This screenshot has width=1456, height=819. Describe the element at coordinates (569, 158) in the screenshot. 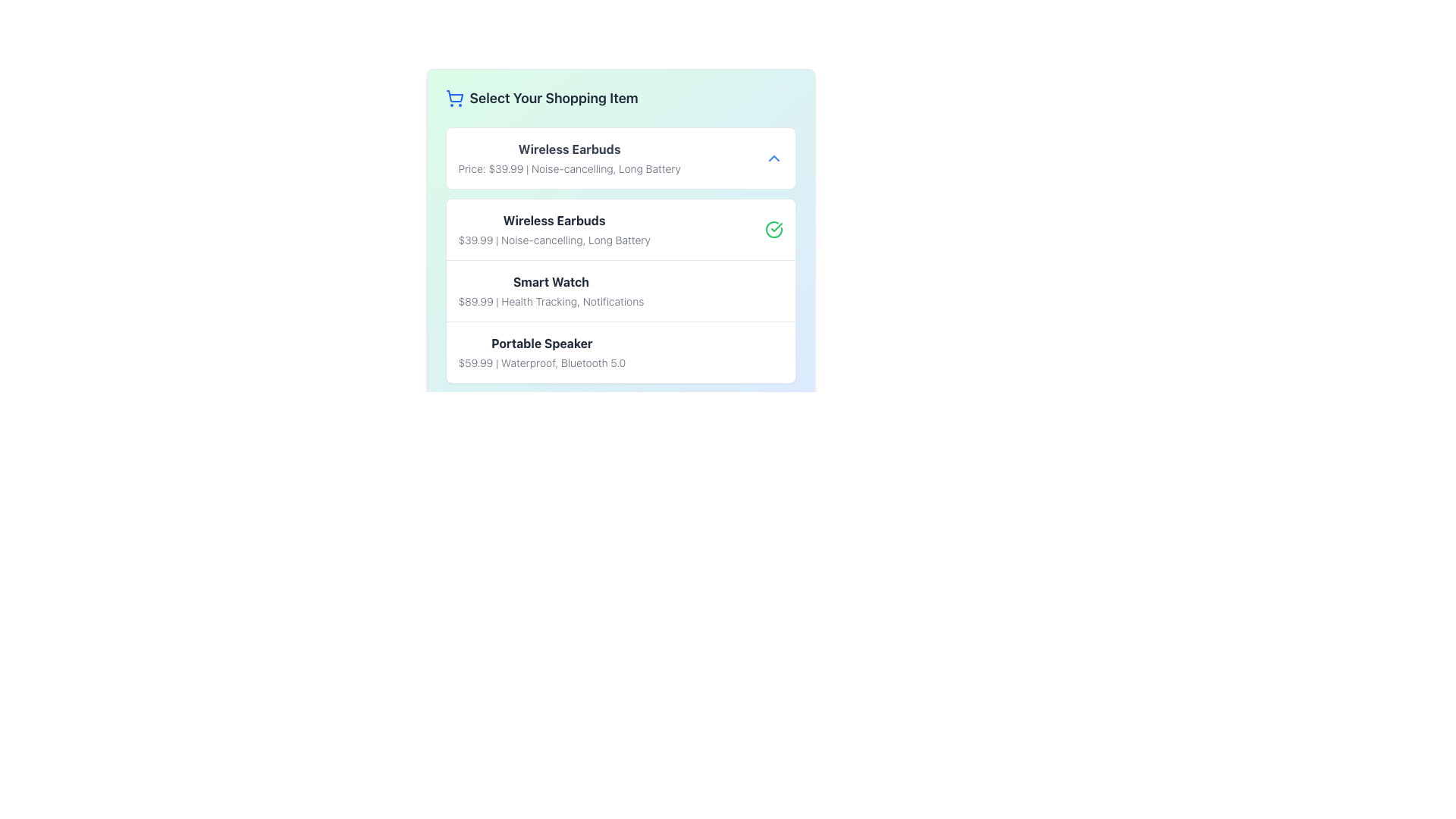

I see `the text label displaying the name, price, and key details of the Wireless Earbuds in the first item of the selectable list` at that location.